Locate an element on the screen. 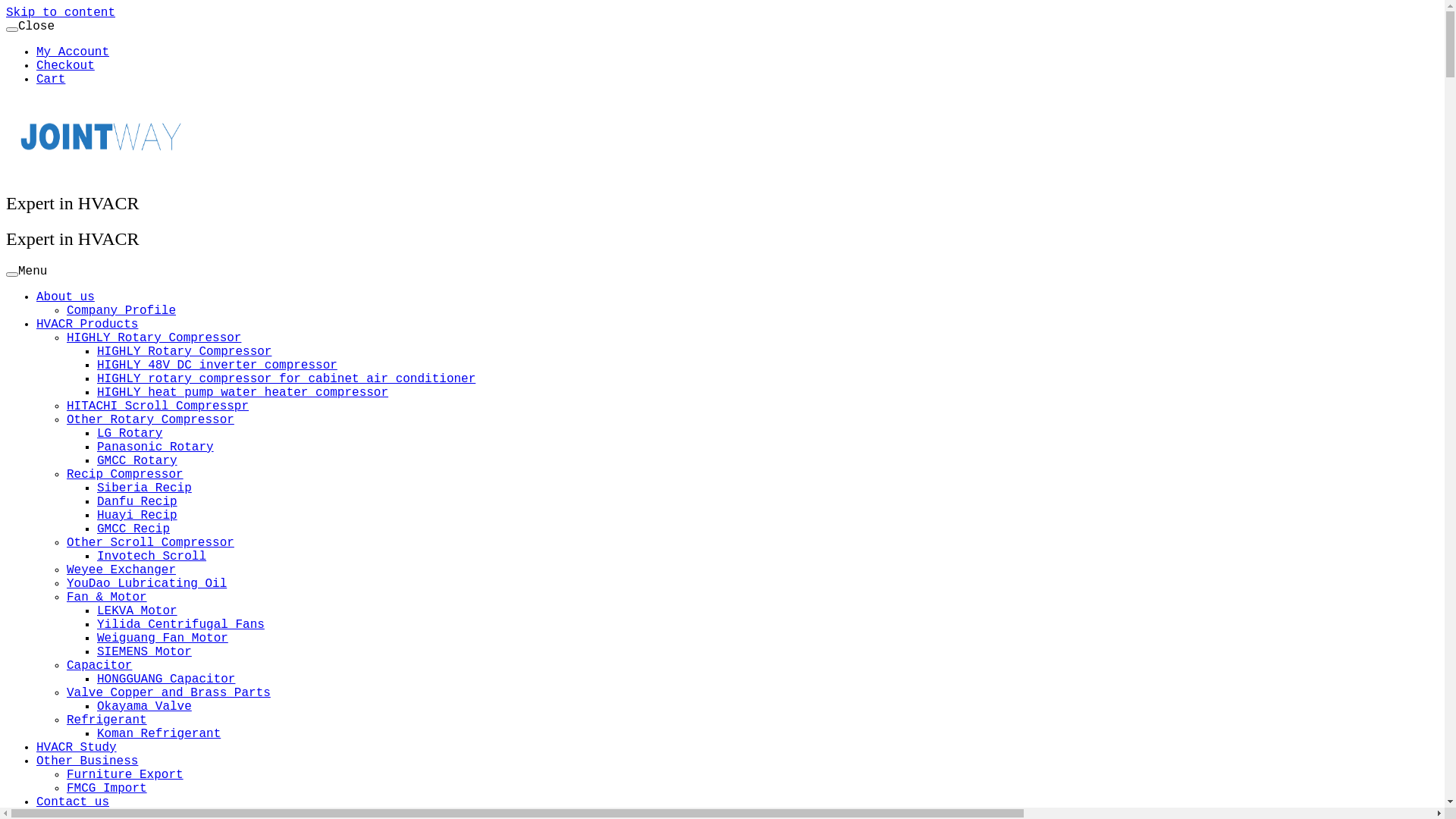 This screenshot has height=819, width=1456. 'Capacitor' is located at coordinates (98, 665).